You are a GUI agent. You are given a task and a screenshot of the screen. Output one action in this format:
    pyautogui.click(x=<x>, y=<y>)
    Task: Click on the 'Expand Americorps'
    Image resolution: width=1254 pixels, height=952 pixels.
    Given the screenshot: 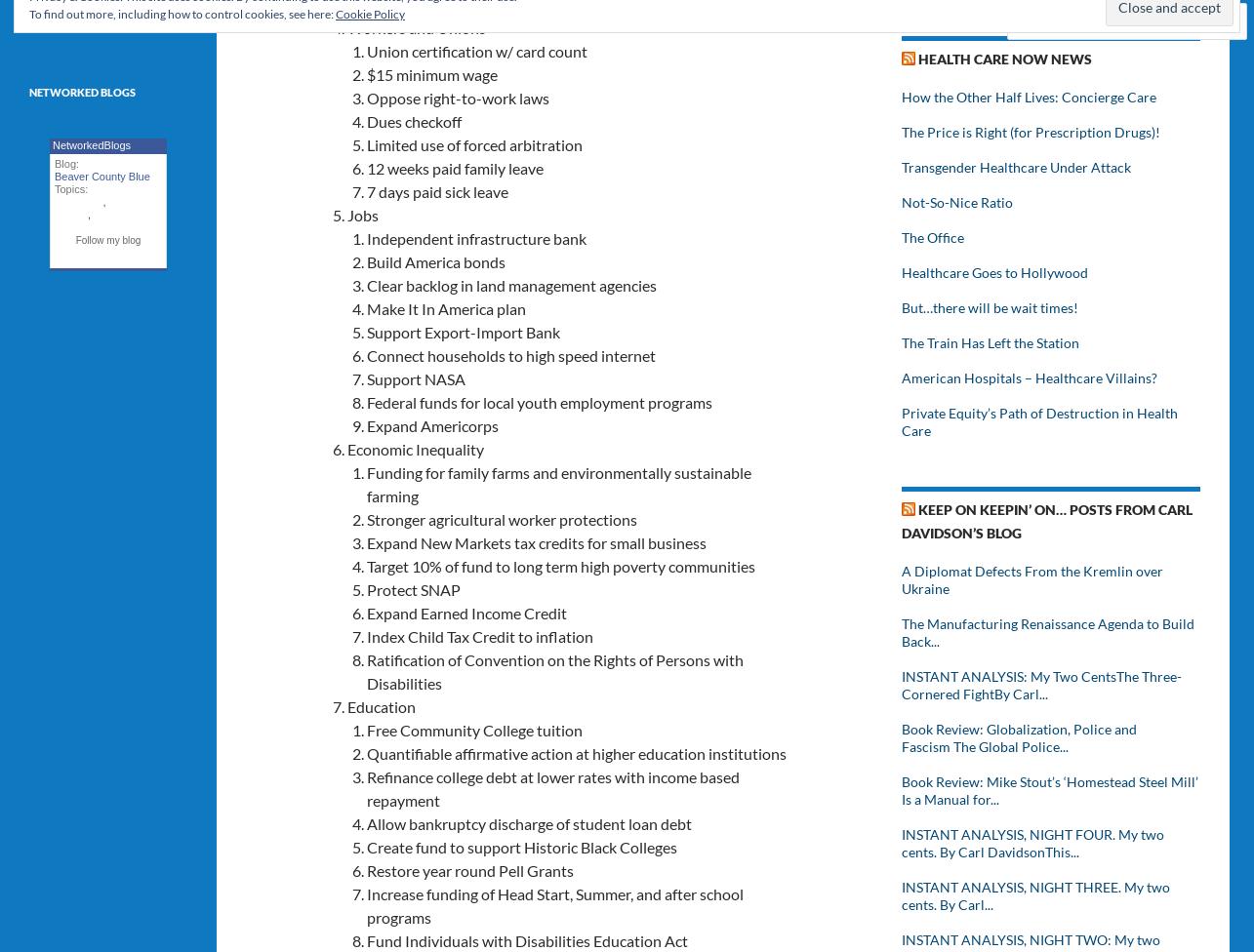 What is the action you would take?
    pyautogui.click(x=432, y=423)
    